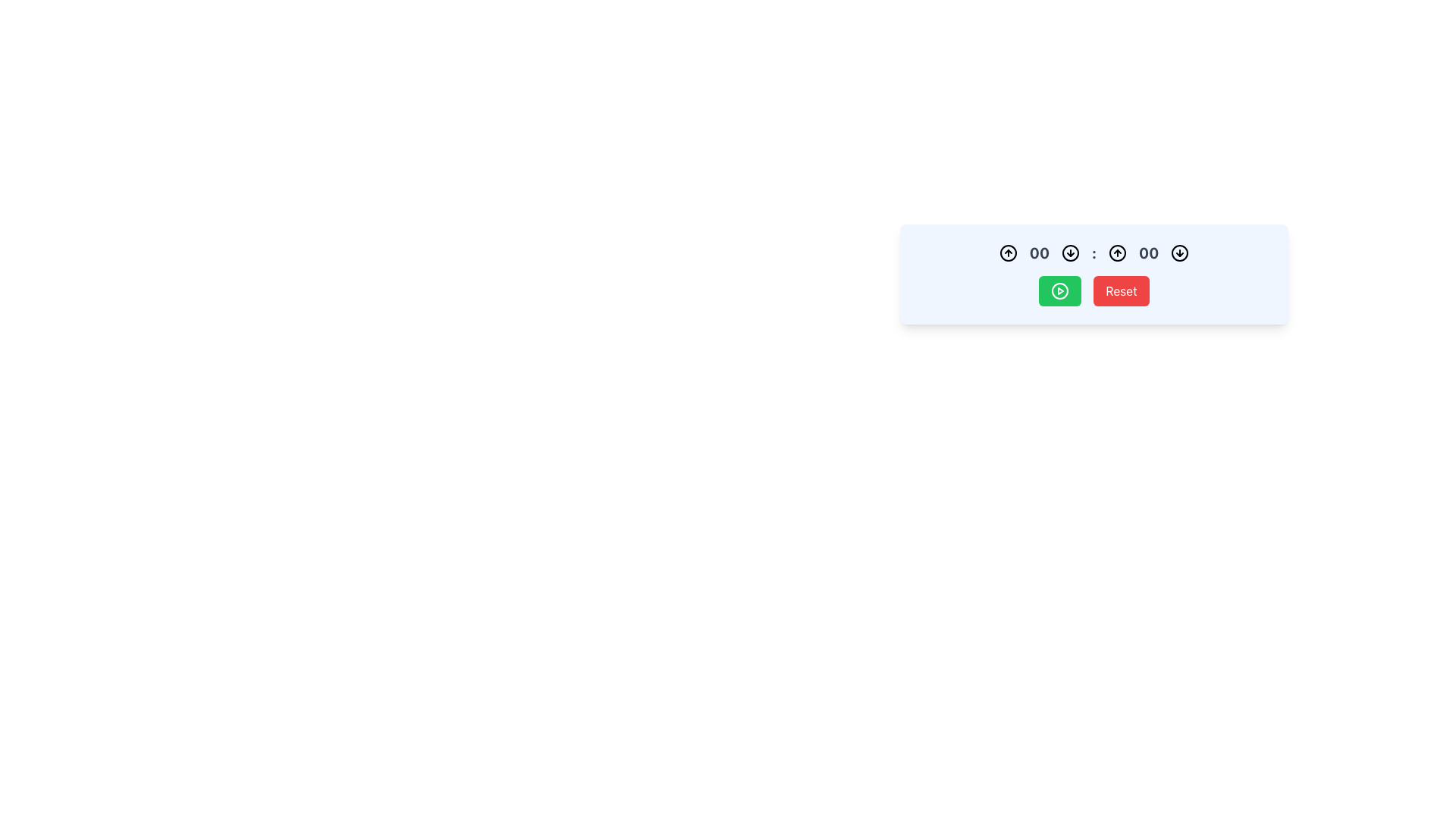  What do you see at coordinates (1179, 253) in the screenshot?
I see `the circular icon button with a down arrow located on the far right of the time adjustment controls` at bounding box center [1179, 253].